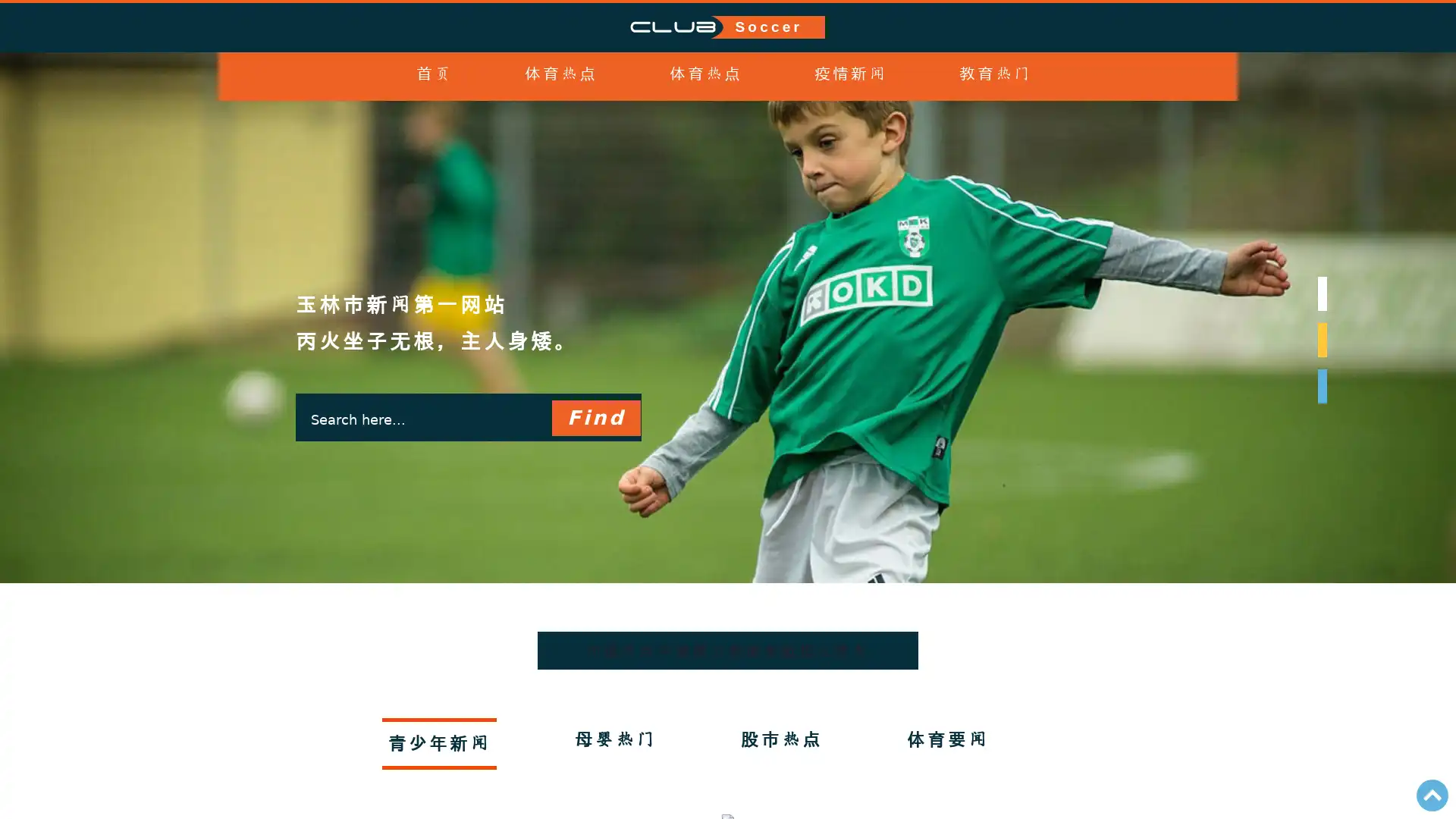  Describe the element at coordinates (595, 446) in the screenshot. I see `Find` at that location.